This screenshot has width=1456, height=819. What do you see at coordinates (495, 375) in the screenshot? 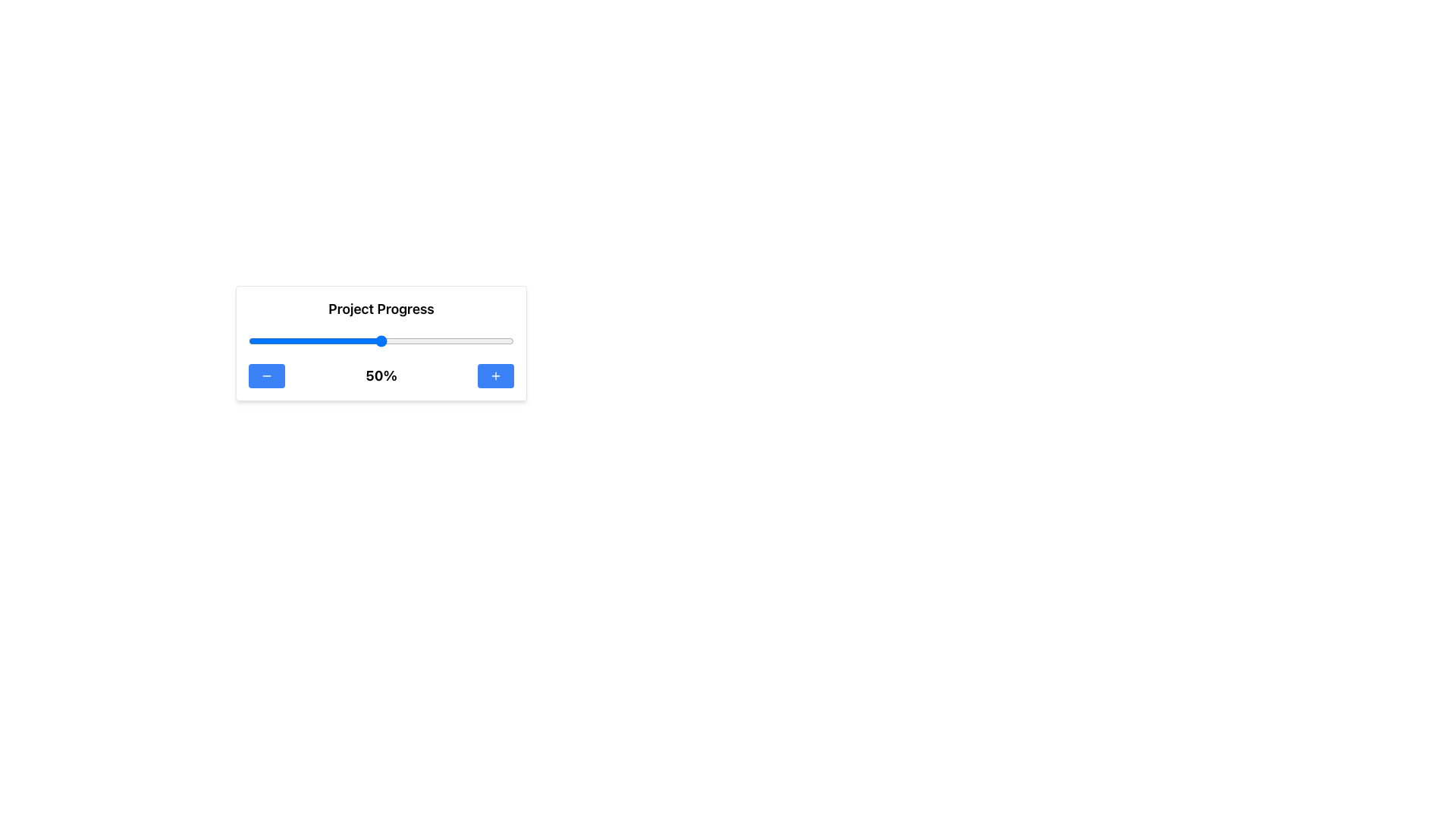
I see `the increment button positioned to the right of the '50%' text, which features a plus icon, to potentially reveal additional information` at bounding box center [495, 375].